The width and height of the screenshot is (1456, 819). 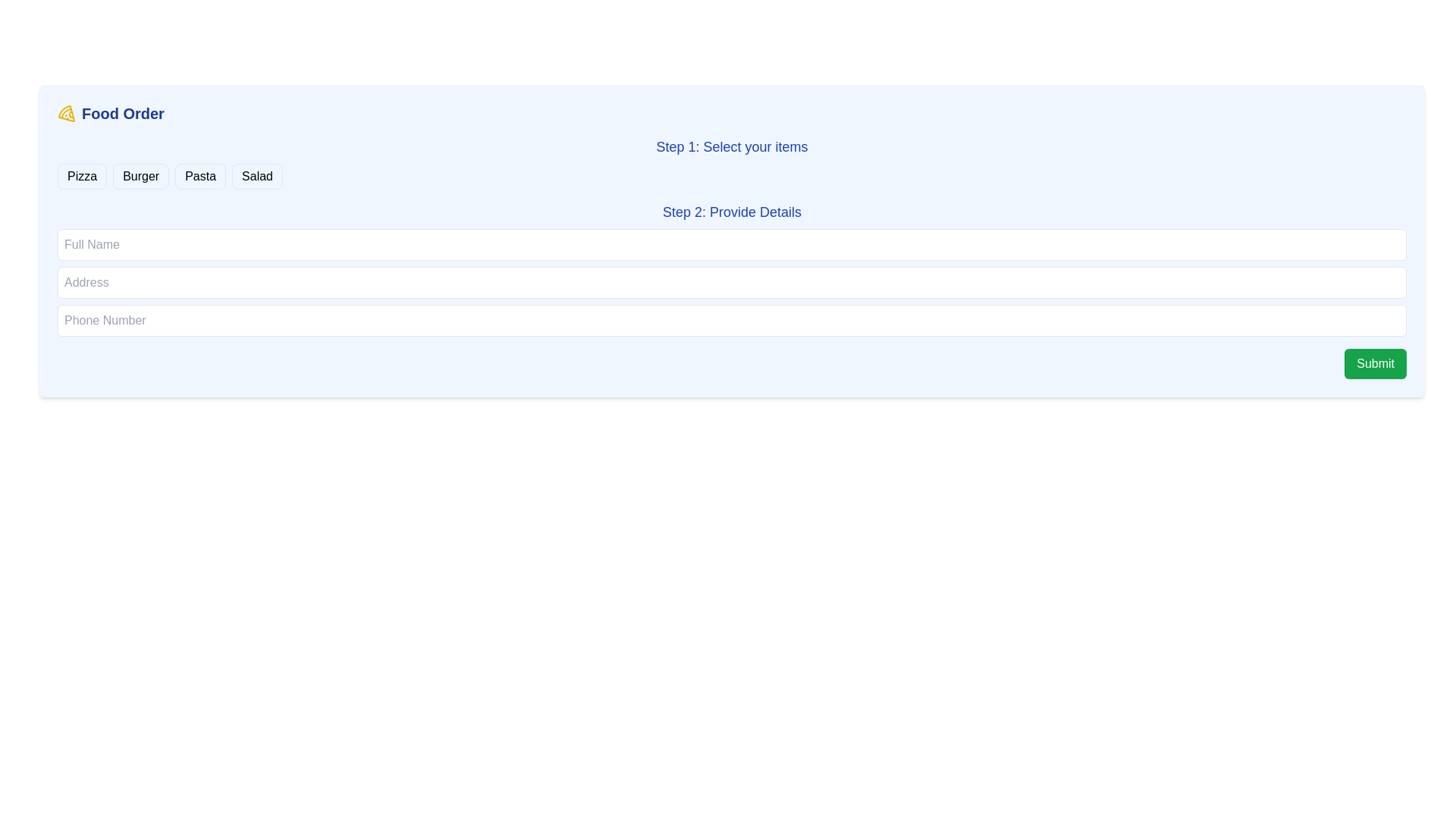 What do you see at coordinates (199, 175) in the screenshot?
I see `the 'Pasta' selection button` at bounding box center [199, 175].